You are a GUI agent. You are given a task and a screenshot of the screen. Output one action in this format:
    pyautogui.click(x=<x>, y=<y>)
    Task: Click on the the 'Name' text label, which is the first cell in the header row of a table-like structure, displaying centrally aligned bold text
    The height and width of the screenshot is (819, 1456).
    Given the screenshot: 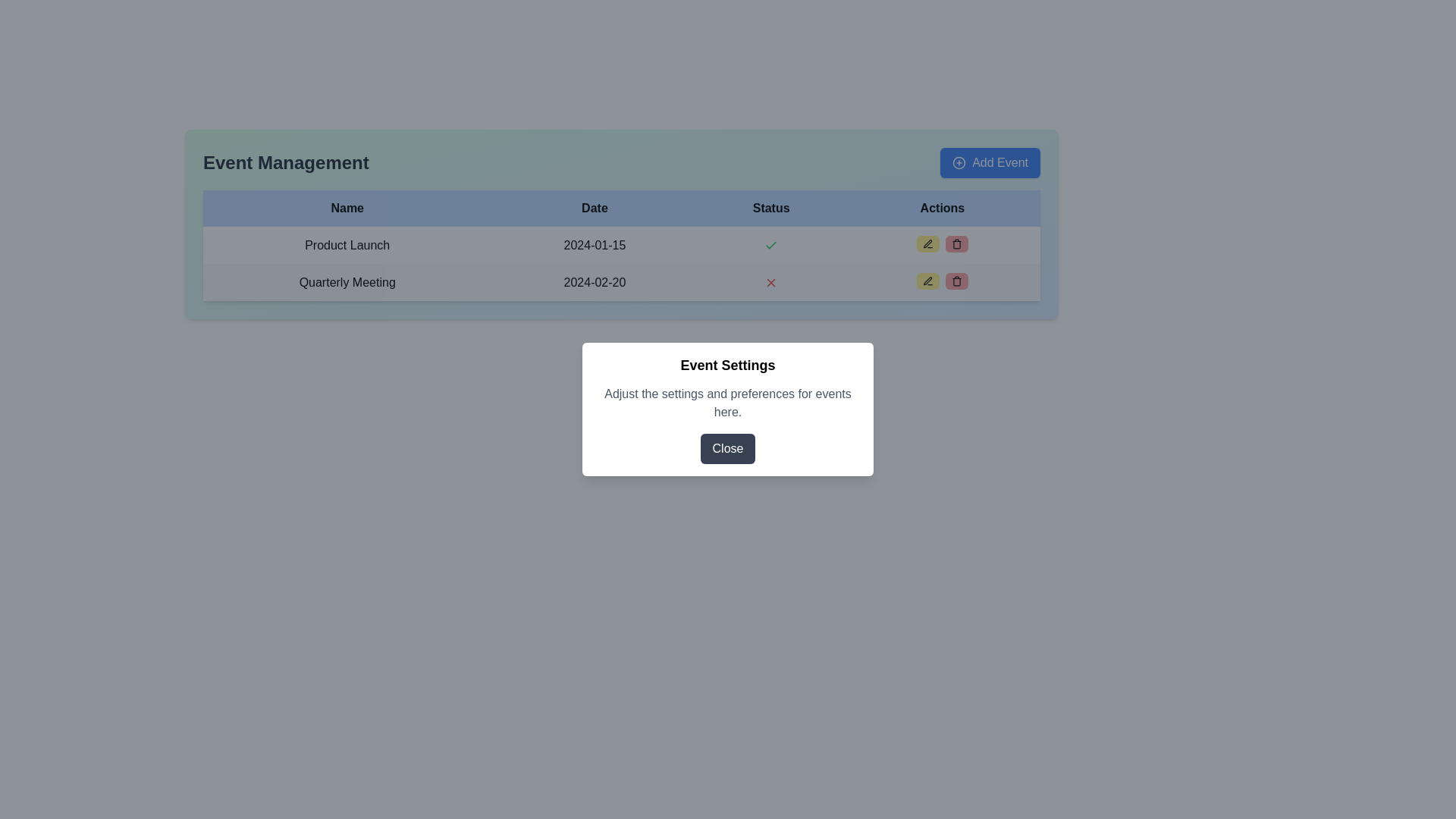 What is the action you would take?
    pyautogui.click(x=347, y=208)
    